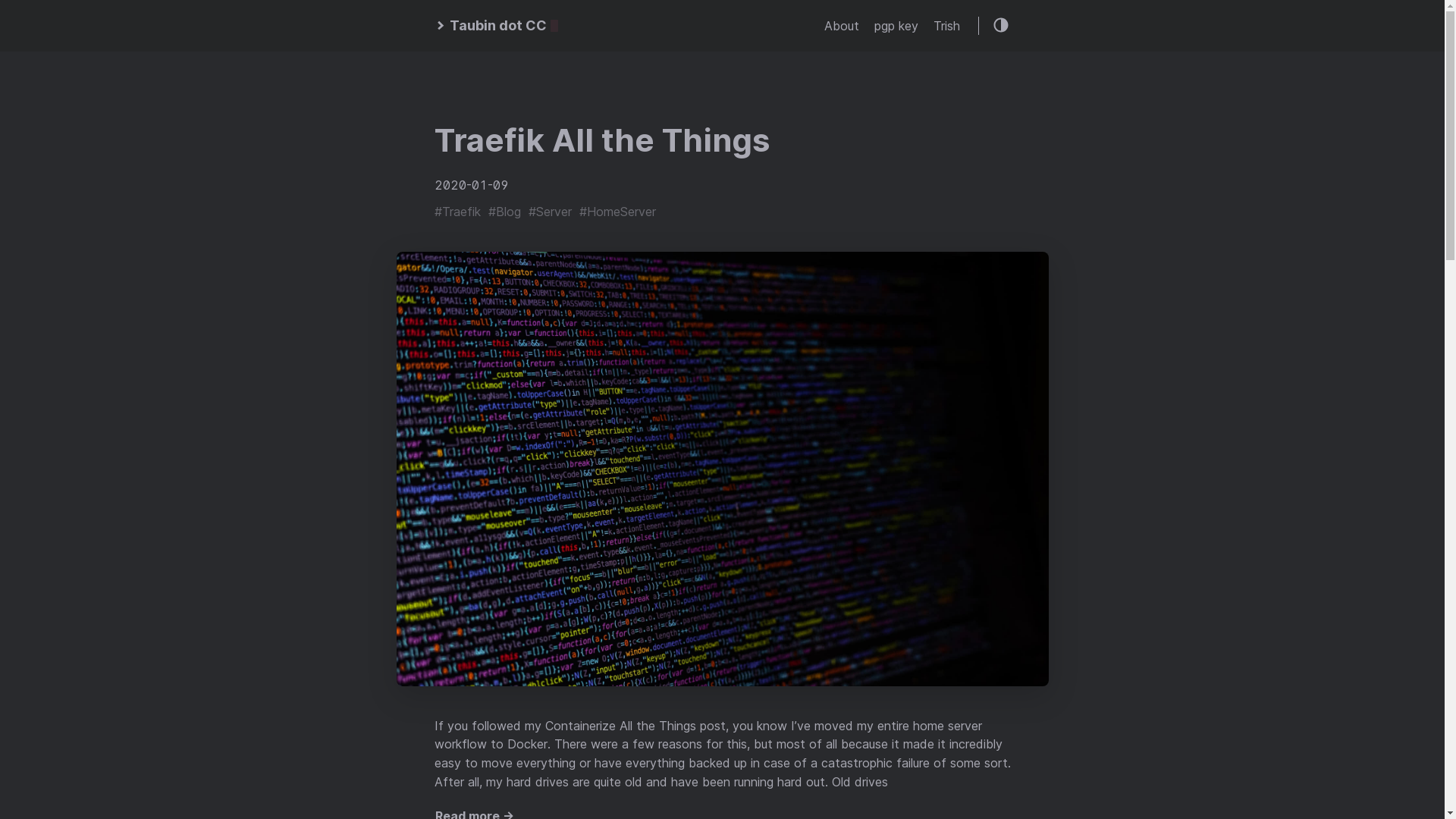 This screenshot has width=1456, height=819. I want to click on 'pgp key', so click(895, 26).